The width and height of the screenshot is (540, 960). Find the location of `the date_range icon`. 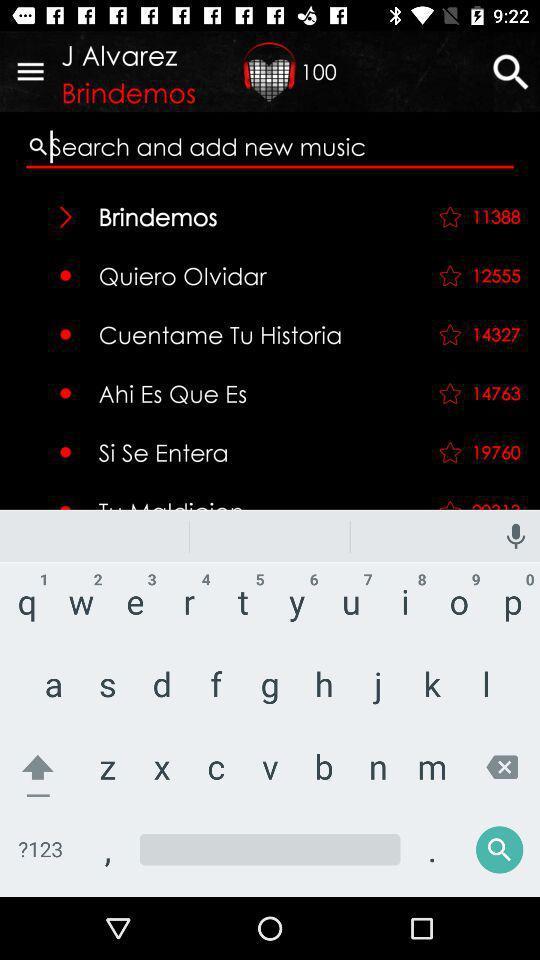

the date_range icon is located at coordinates (270, 71).